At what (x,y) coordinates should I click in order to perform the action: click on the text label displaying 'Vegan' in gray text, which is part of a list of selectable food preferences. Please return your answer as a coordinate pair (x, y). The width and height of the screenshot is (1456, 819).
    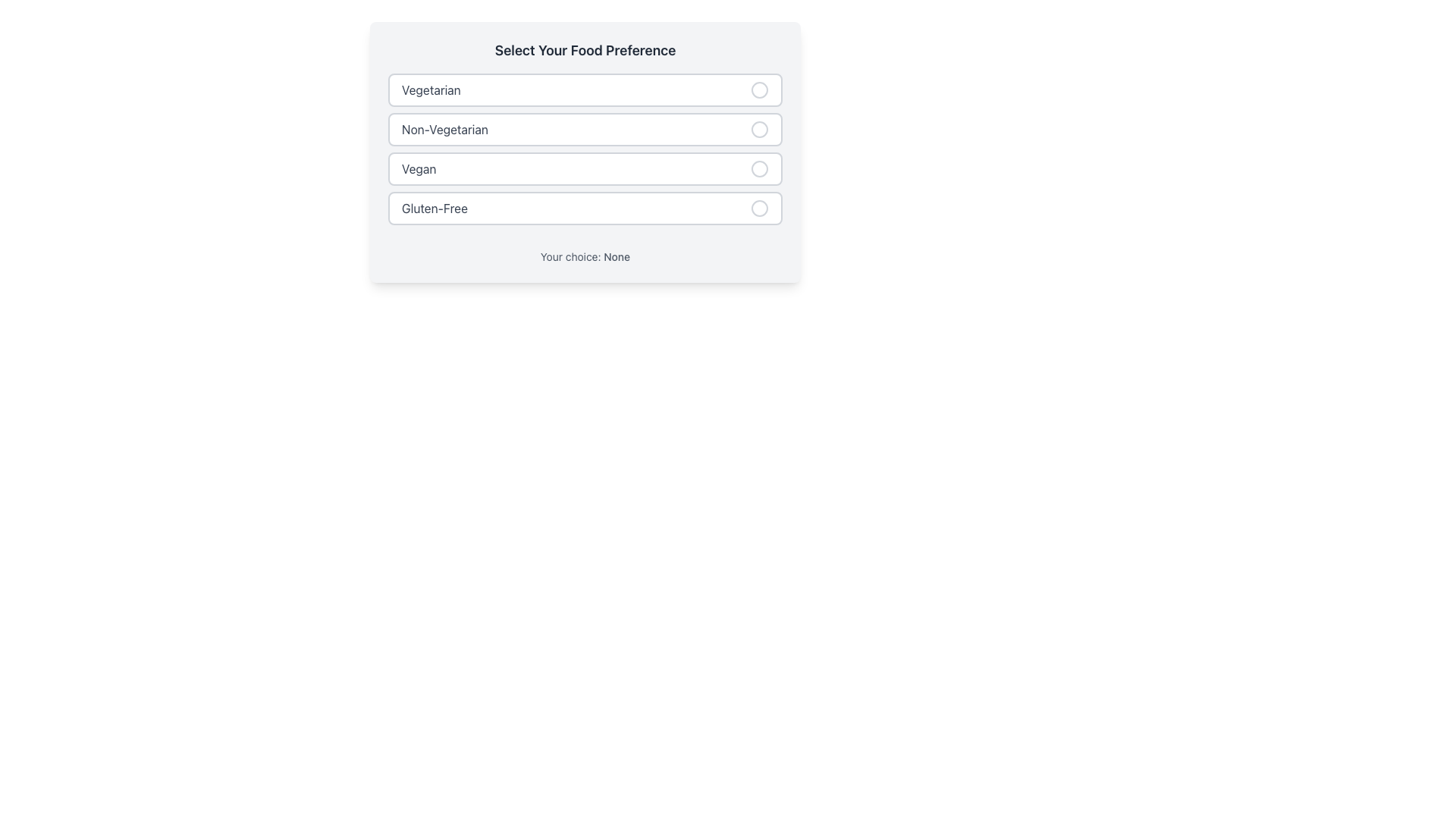
    Looking at the image, I should click on (419, 169).